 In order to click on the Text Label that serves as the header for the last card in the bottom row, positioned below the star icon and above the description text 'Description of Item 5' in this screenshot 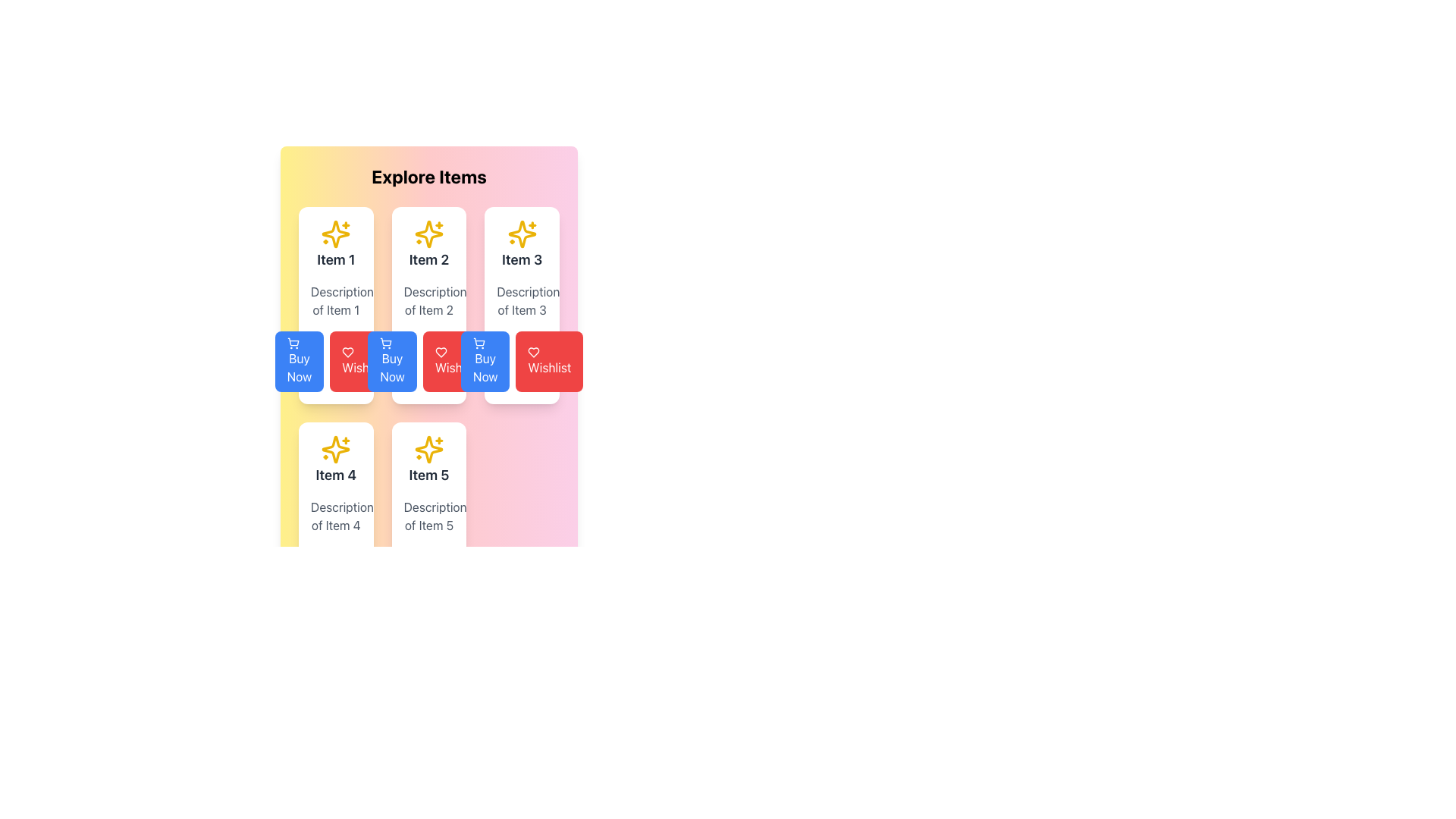, I will do `click(428, 459)`.